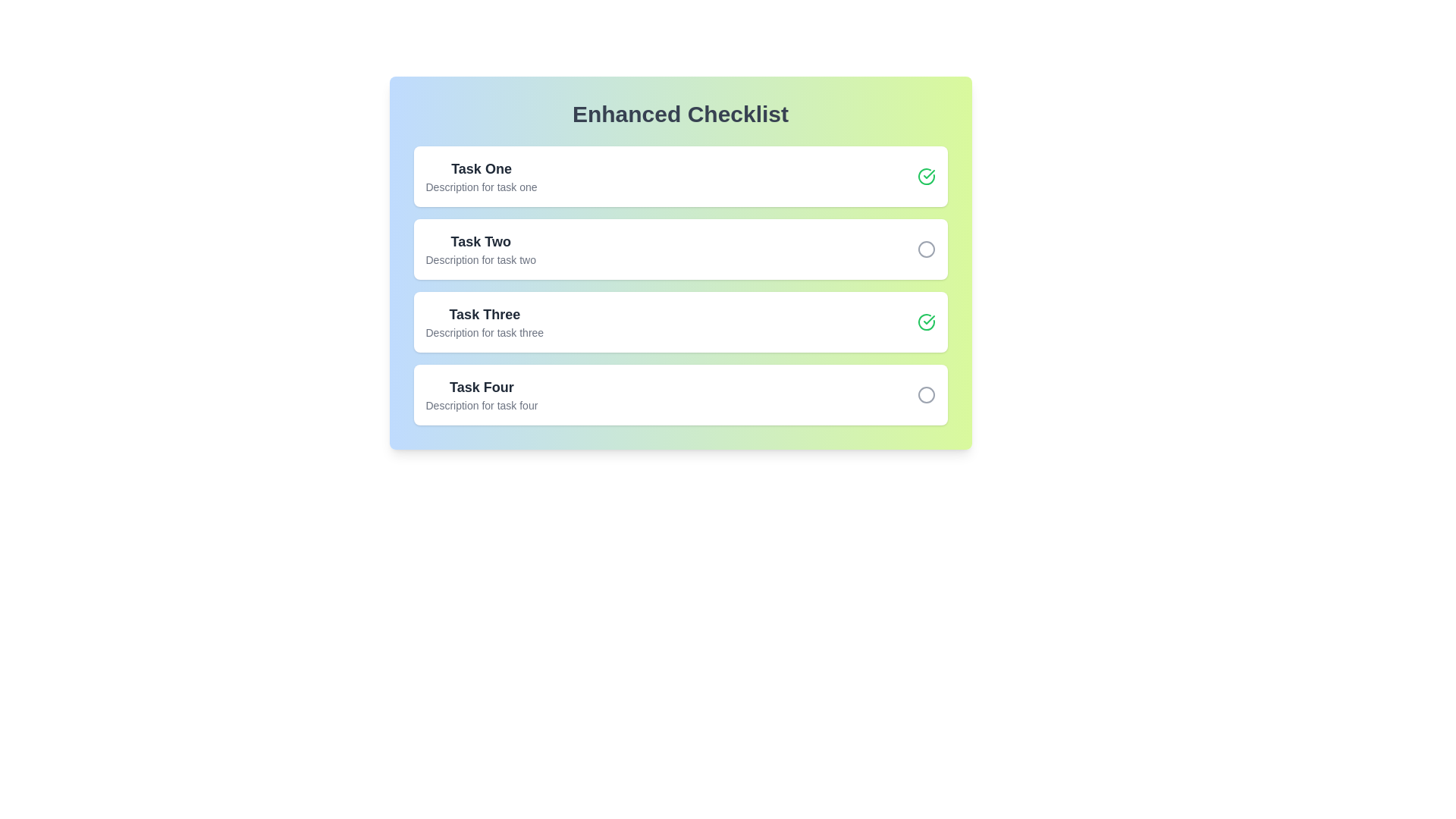 This screenshot has width=1456, height=819. I want to click on the task name or description for Task Two, so click(479, 241).